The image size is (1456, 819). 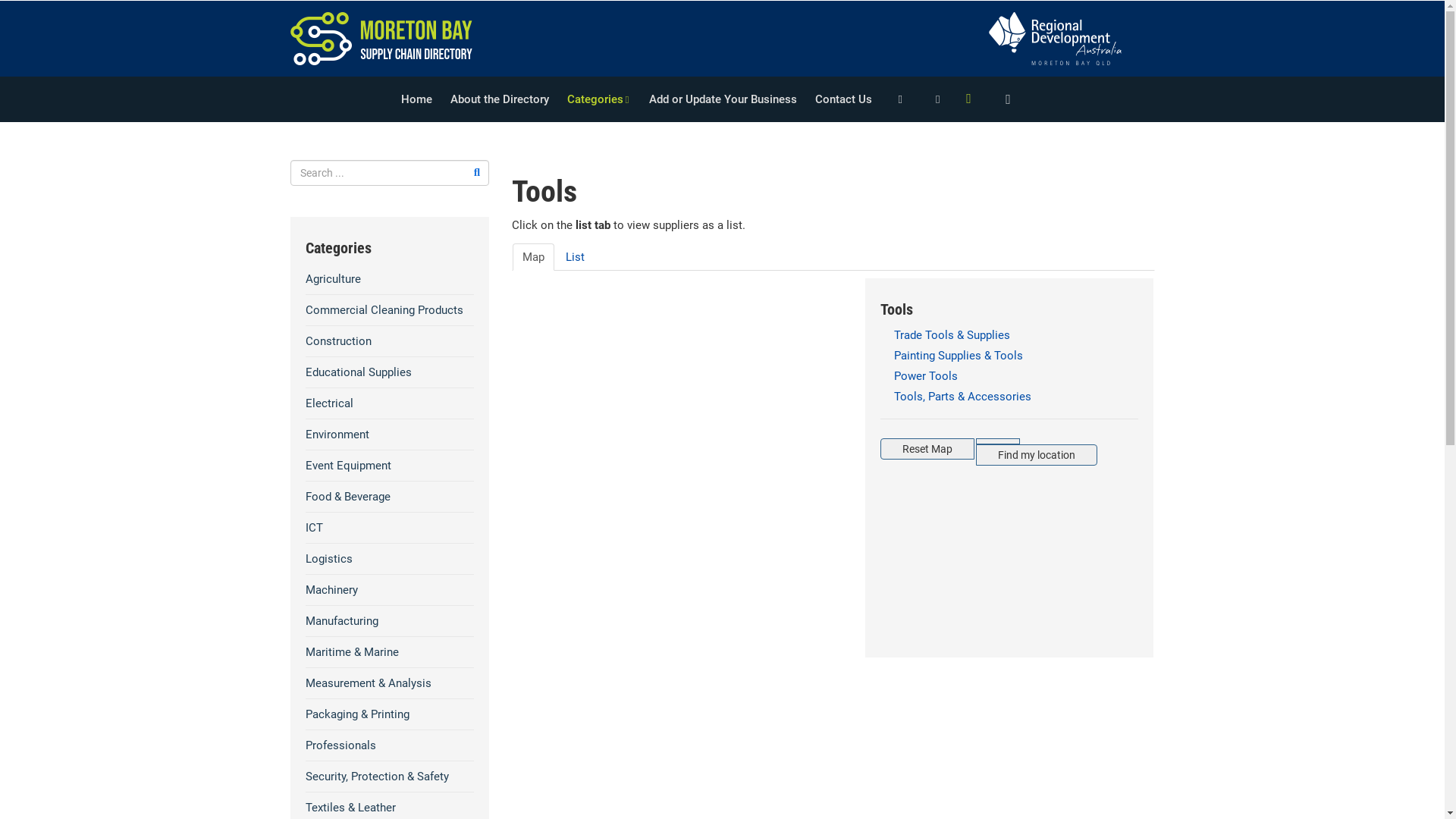 What do you see at coordinates (304, 309) in the screenshot?
I see `'Commercial Cleaning Products'` at bounding box center [304, 309].